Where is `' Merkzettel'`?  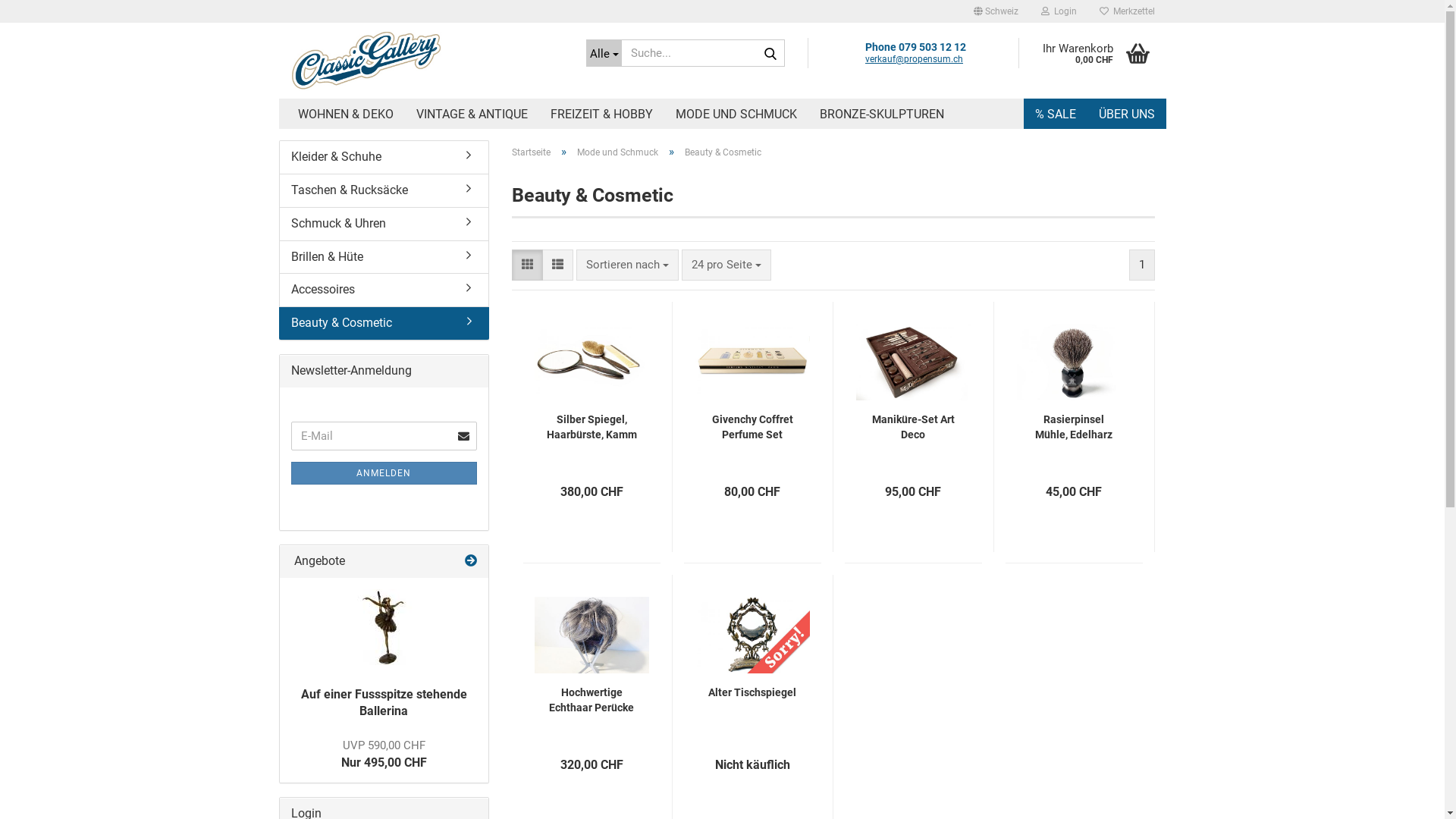 ' Merkzettel' is located at coordinates (1126, 11).